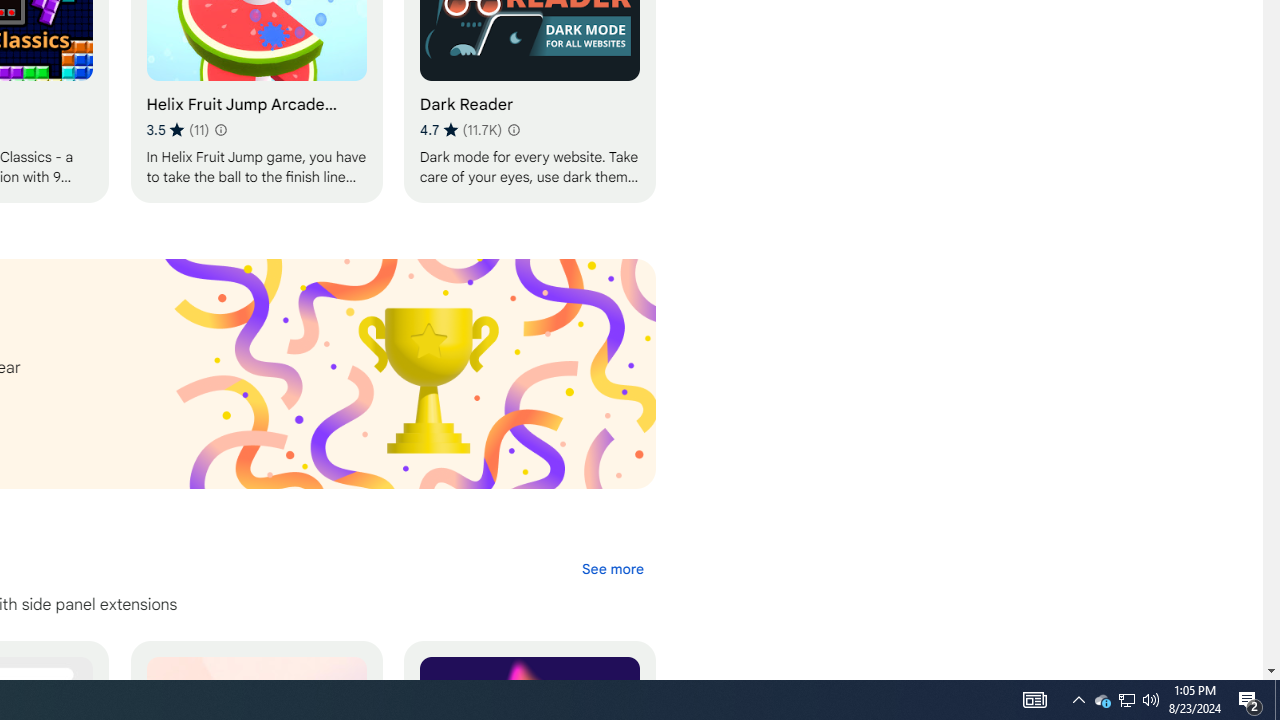  Describe the element at coordinates (177, 129) in the screenshot. I see `'Average rating 3.5 out of 5 stars. 11 ratings.'` at that location.